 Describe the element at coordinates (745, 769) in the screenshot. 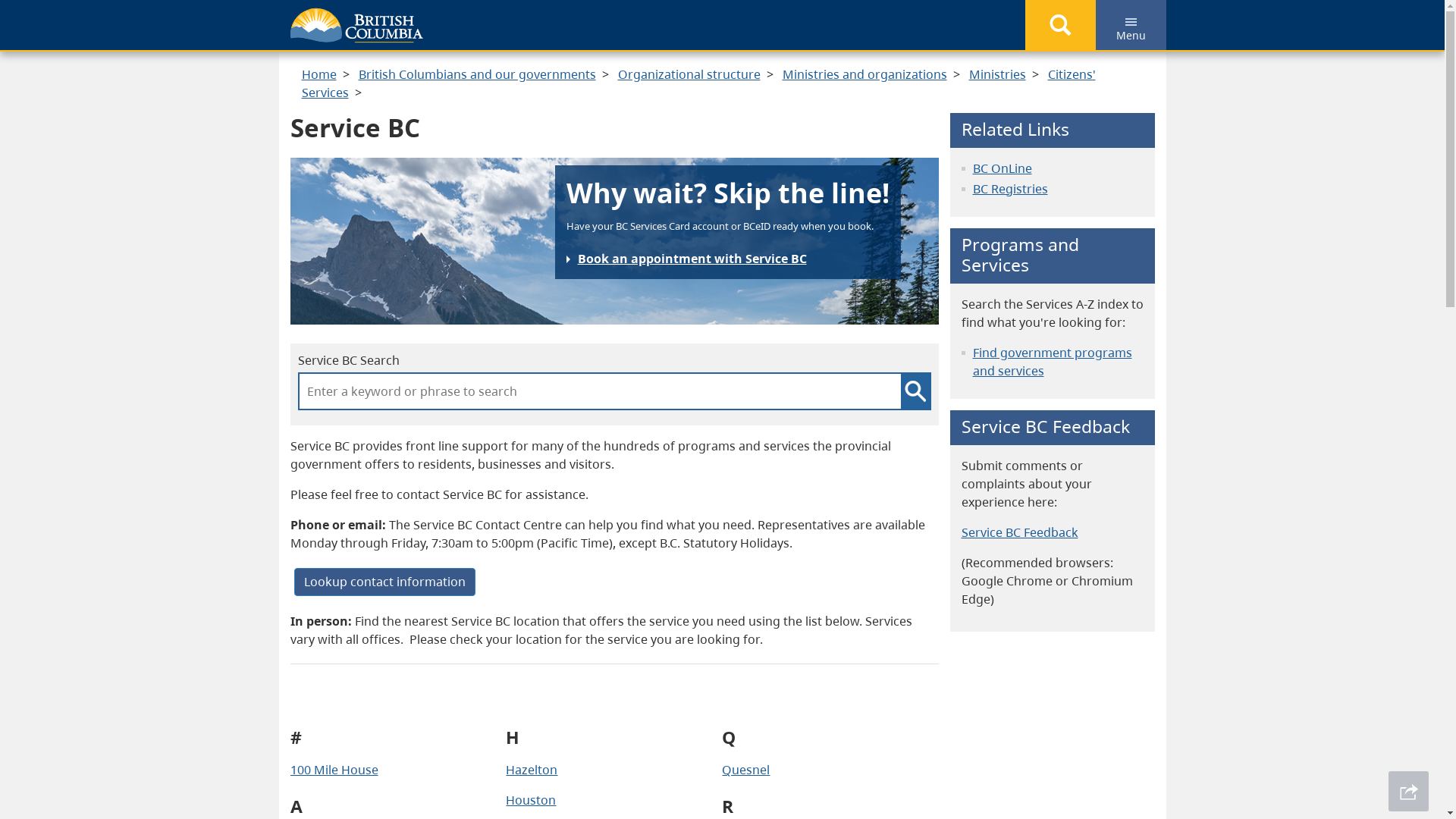

I see `'Quesnel'` at that location.